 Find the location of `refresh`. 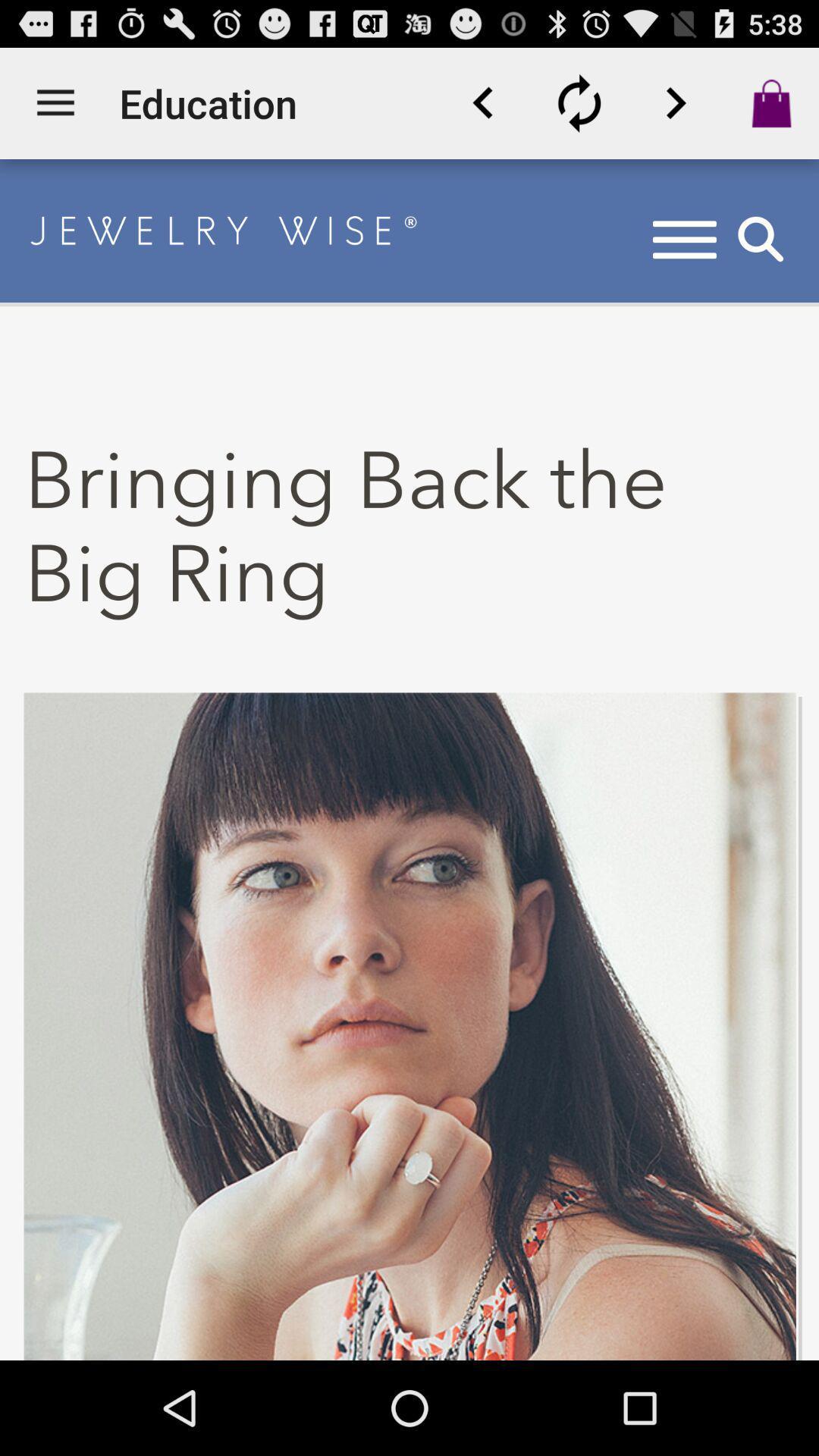

refresh is located at coordinates (579, 102).